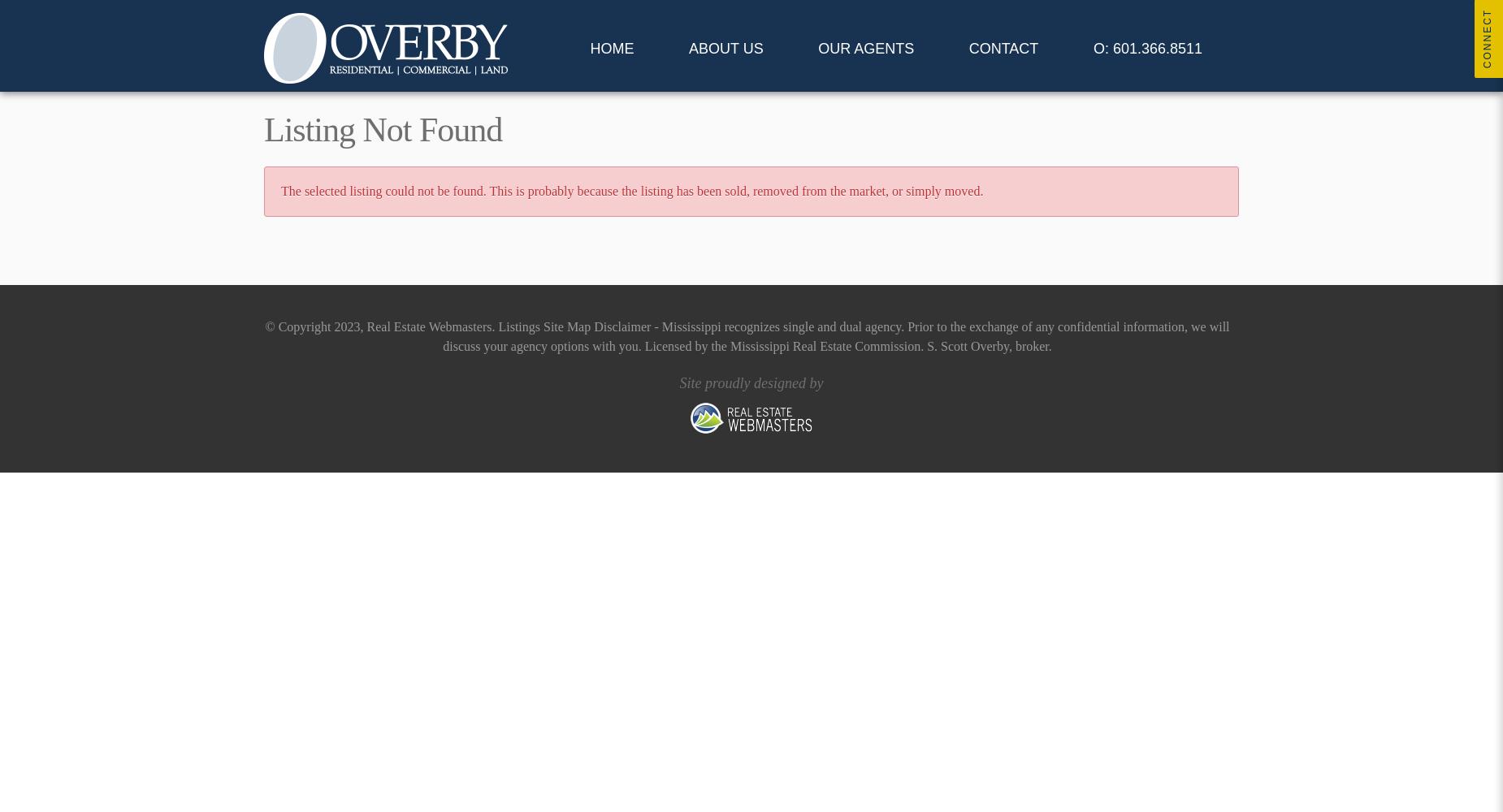 This screenshot has height=812, width=1503. I want to click on '.', so click(495, 326).